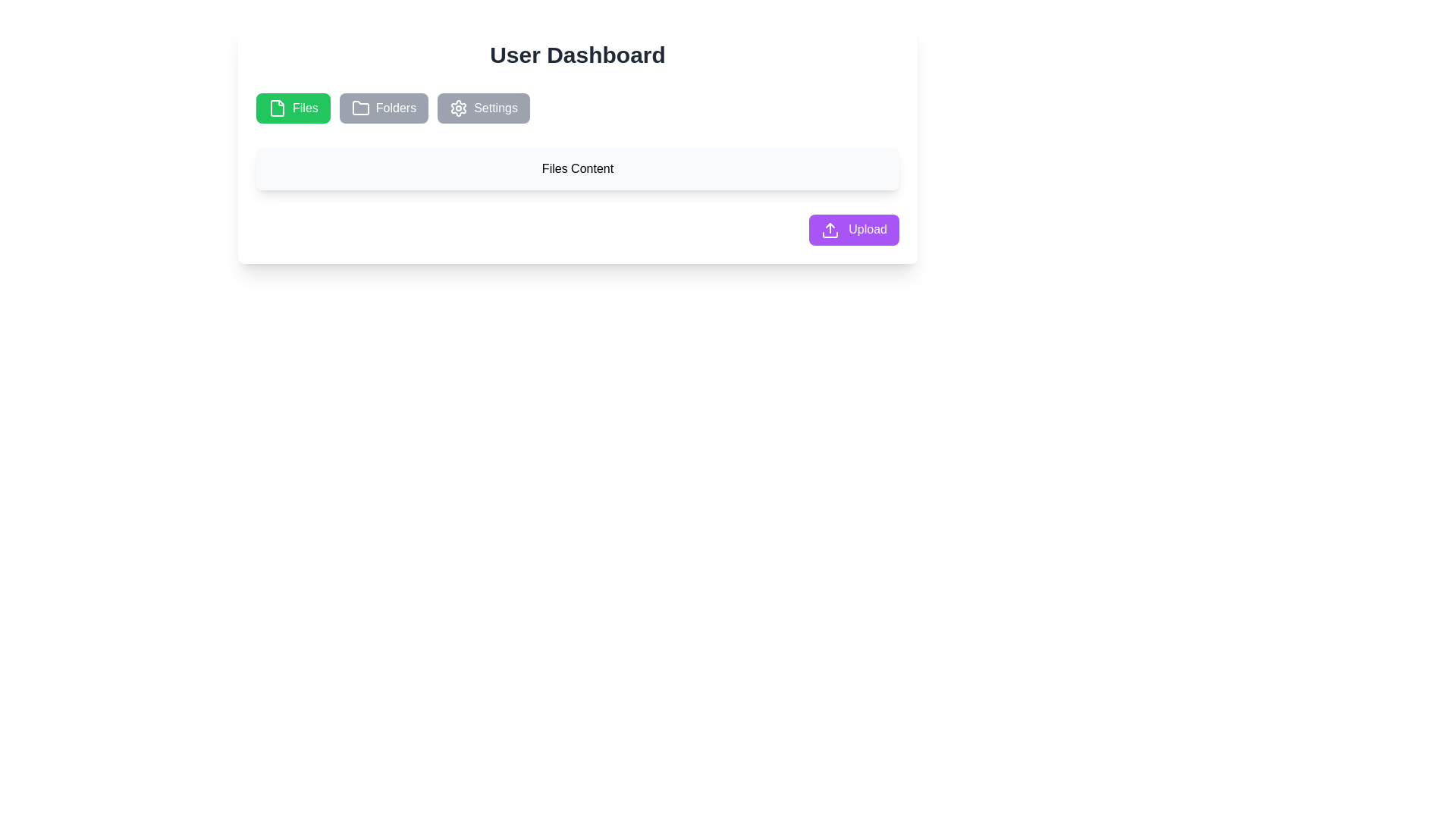 The width and height of the screenshot is (1456, 819). What do you see at coordinates (396, 107) in the screenshot?
I see `the descriptive text label for the 'Folders' button, located between the 'Files' and 'Settings' buttons at the top of the interface` at bounding box center [396, 107].